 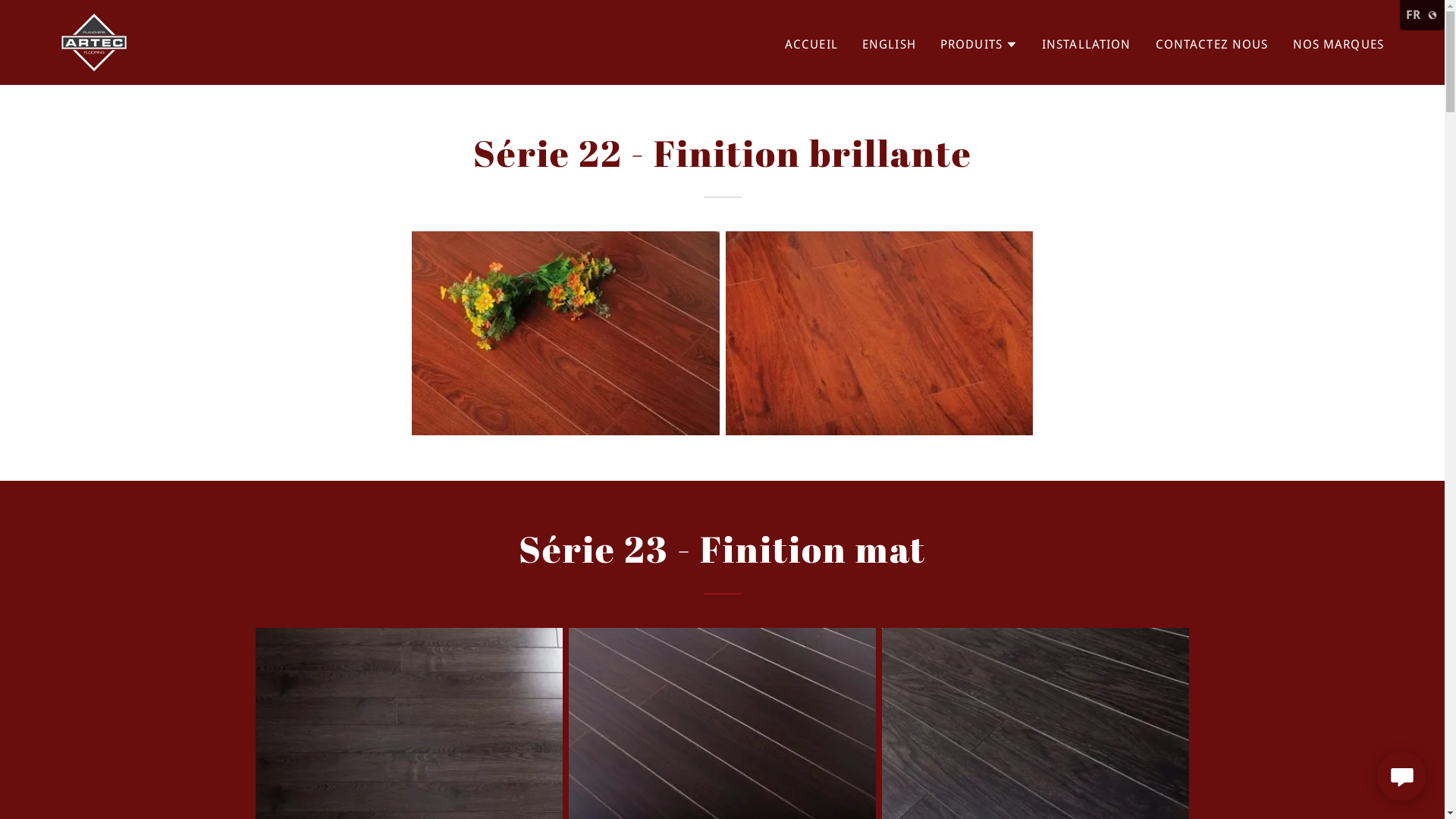 I want to click on 'ACCUEIL', so click(x=811, y=42).